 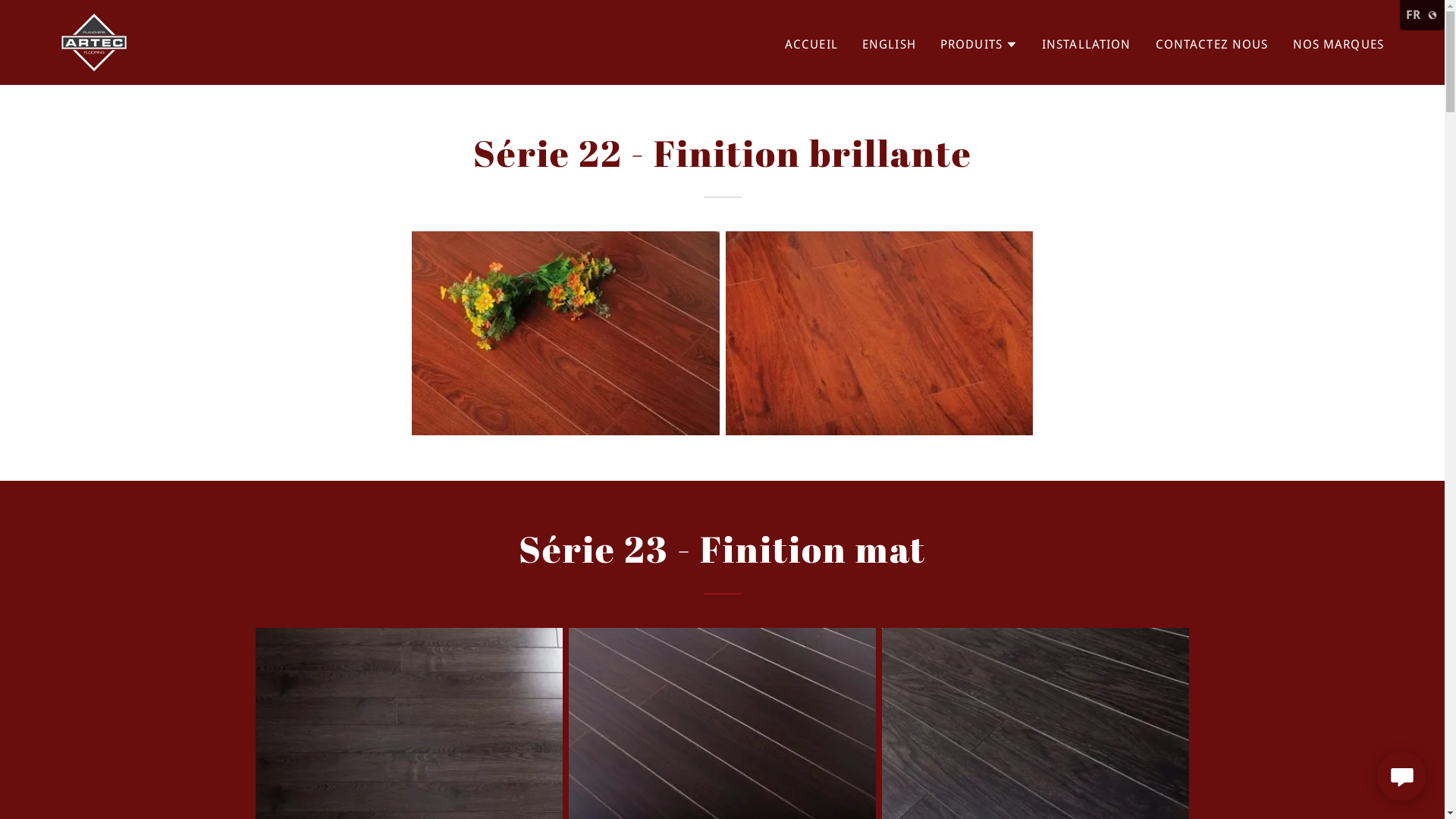 I want to click on 'ACCUEIL', so click(x=811, y=42).